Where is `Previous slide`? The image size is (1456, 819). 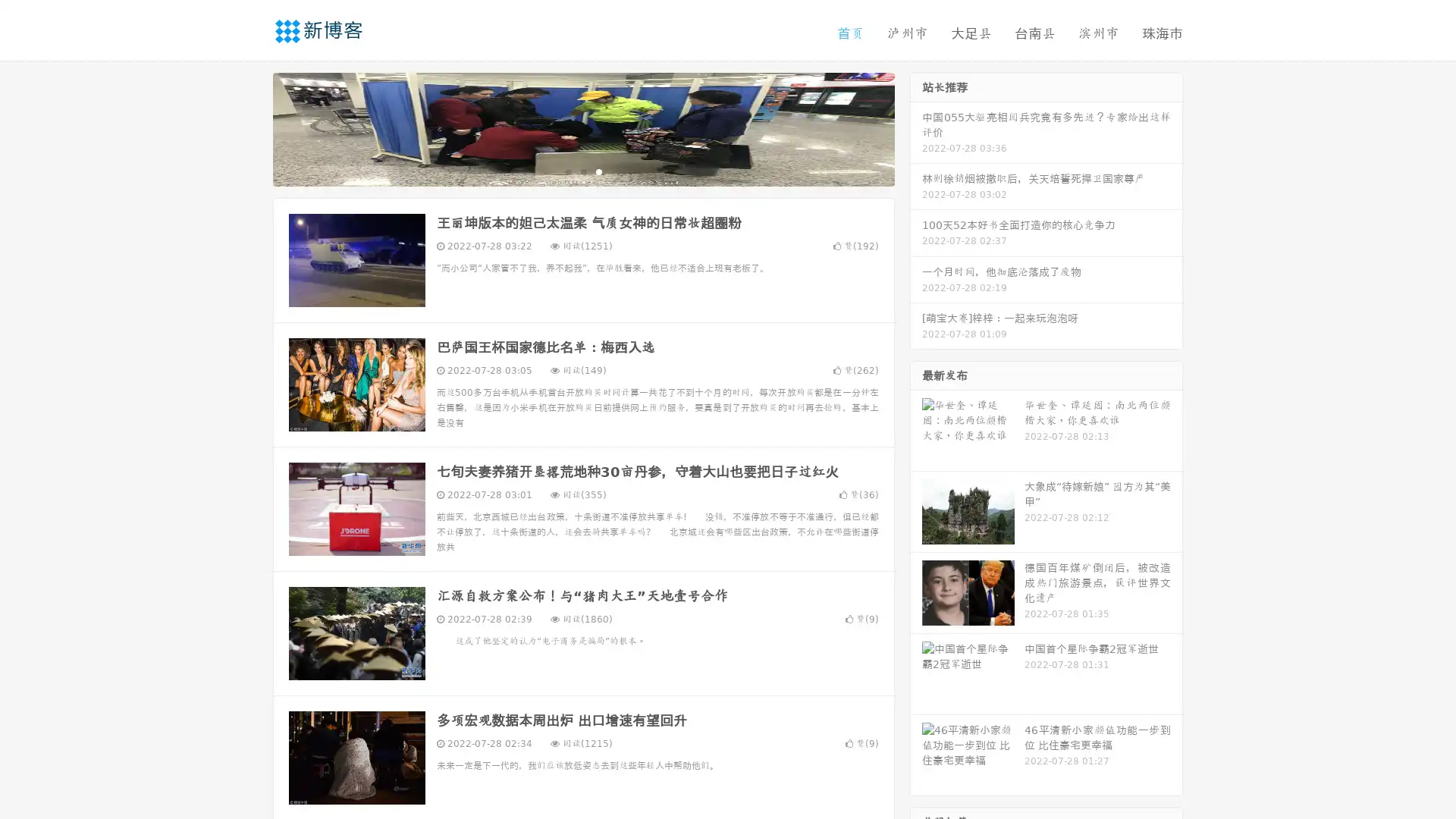
Previous slide is located at coordinates (250, 127).